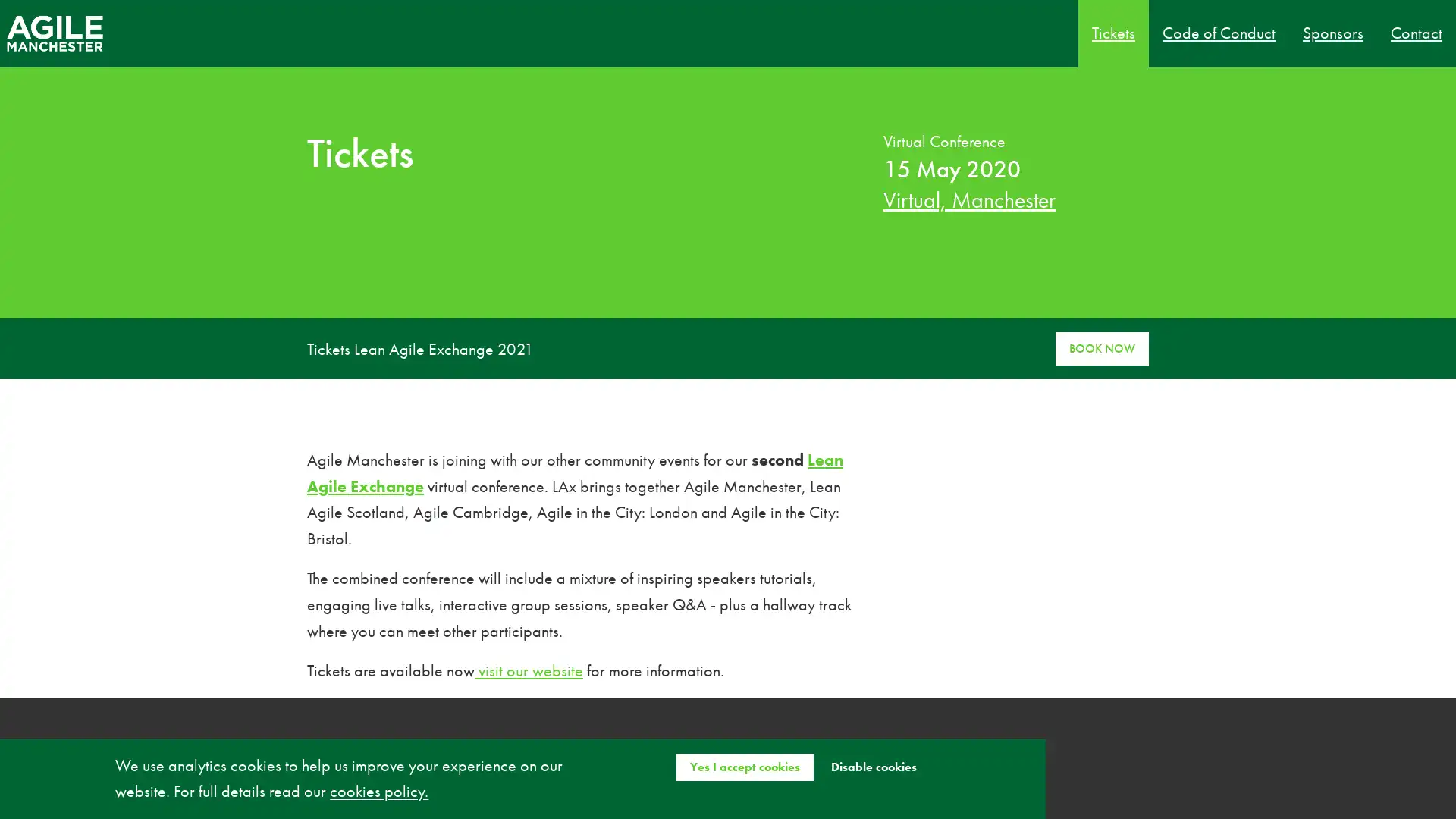 This screenshot has height=819, width=1456. What do you see at coordinates (744, 766) in the screenshot?
I see `Yes I accept cookies` at bounding box center [744, 766].